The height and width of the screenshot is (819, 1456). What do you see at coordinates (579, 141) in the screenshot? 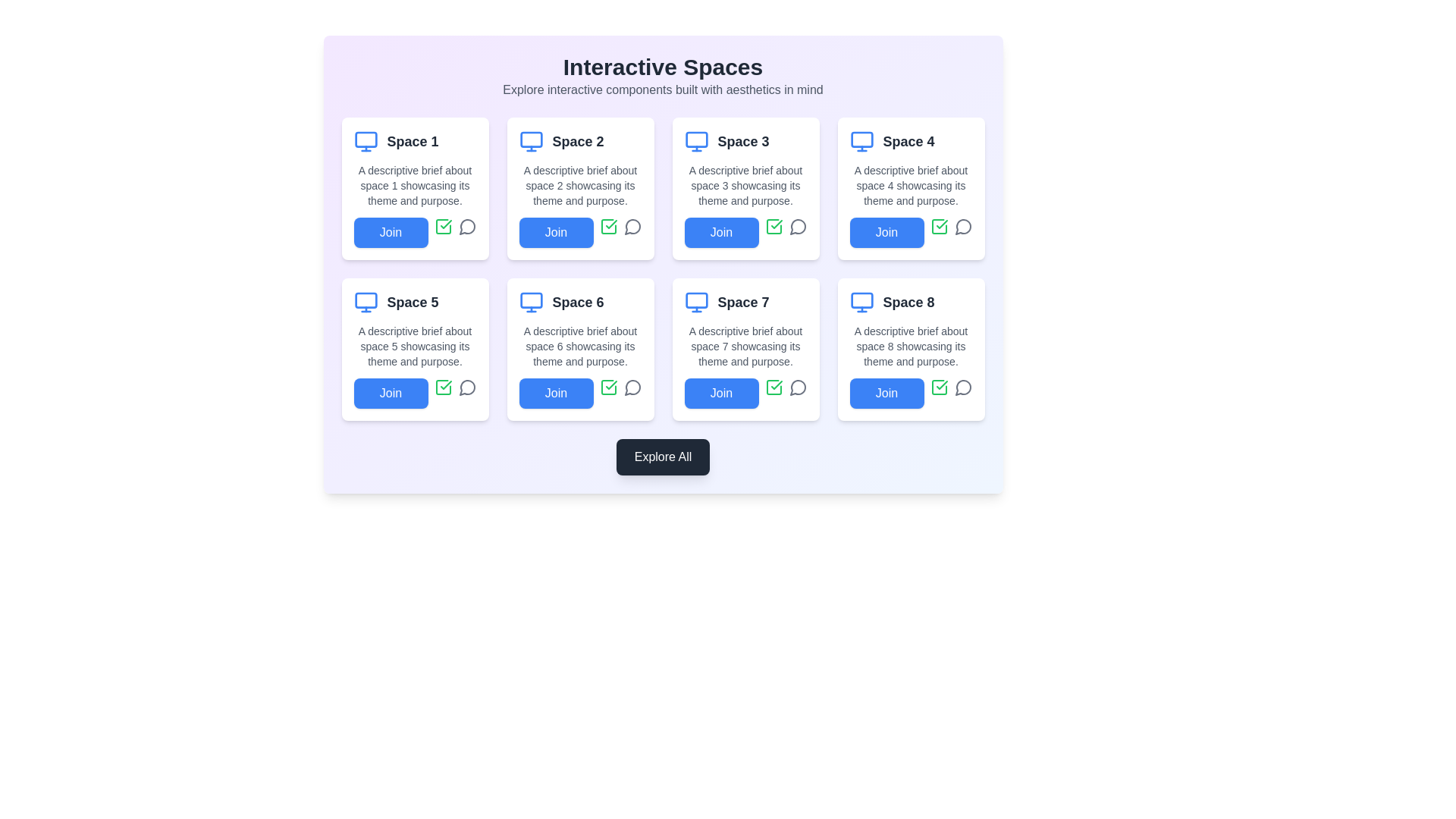
I see `the 'Space 2' card, which features a bold dark gray label and a computer monitor icon, located in the upper-middle section of the interface` at bounding box center [579, 141].